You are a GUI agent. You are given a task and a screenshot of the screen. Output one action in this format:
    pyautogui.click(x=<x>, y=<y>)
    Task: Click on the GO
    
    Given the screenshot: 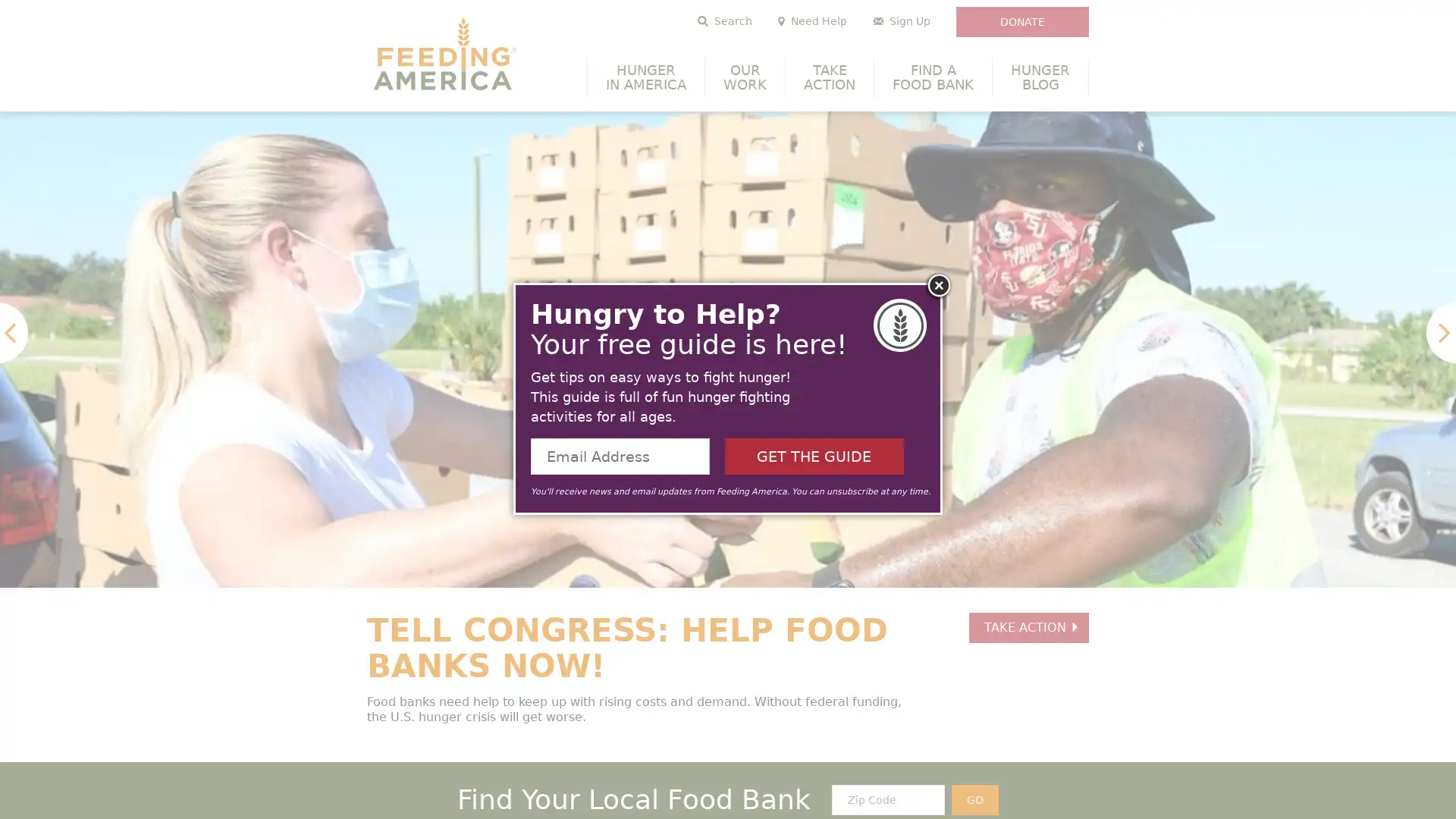 What is the action you would take?
    pyautogui.click(x=975, y=799)
    